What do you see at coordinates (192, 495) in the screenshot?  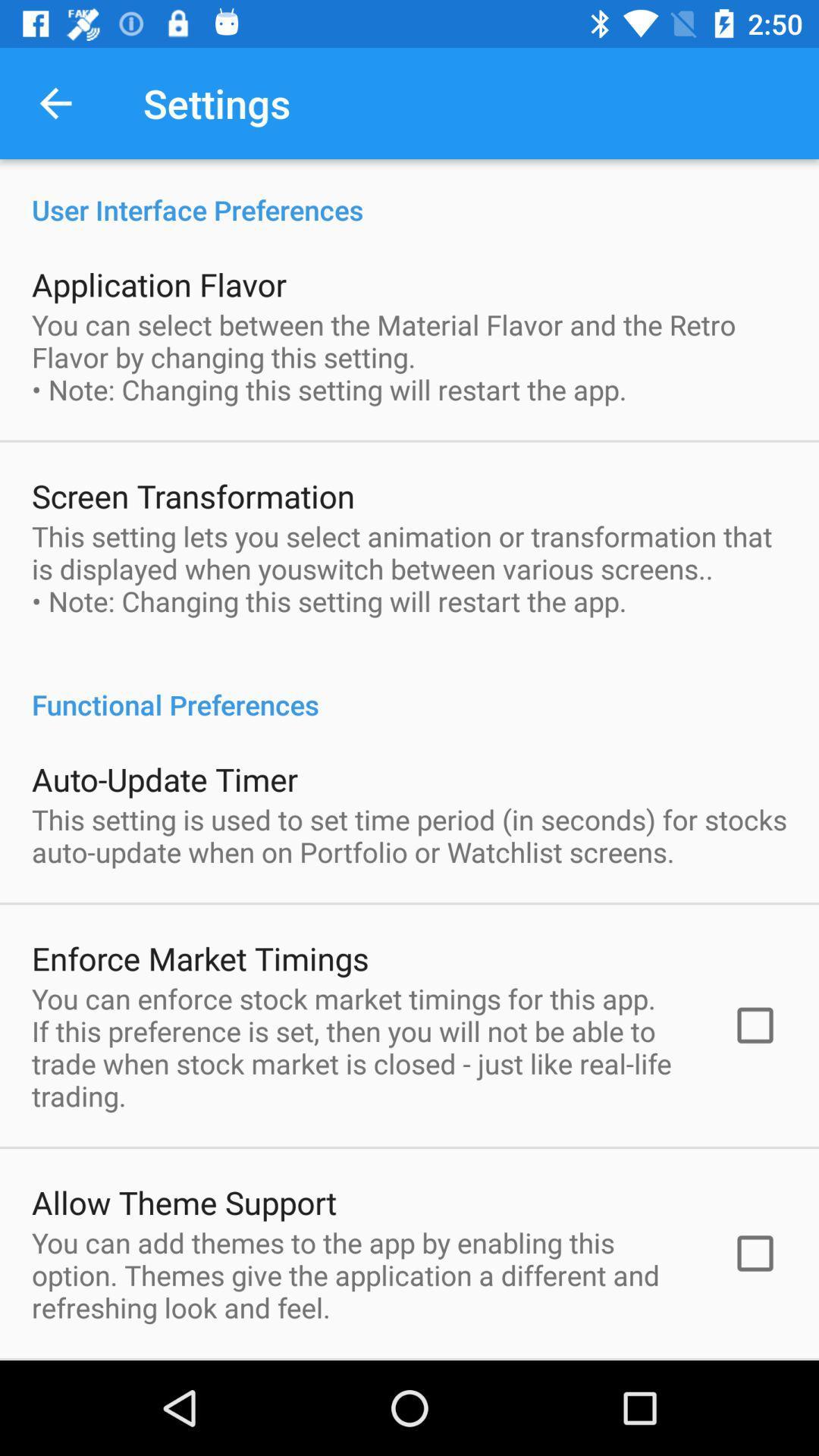 I see `the screen transformation item` at bounding box center [192, 495].